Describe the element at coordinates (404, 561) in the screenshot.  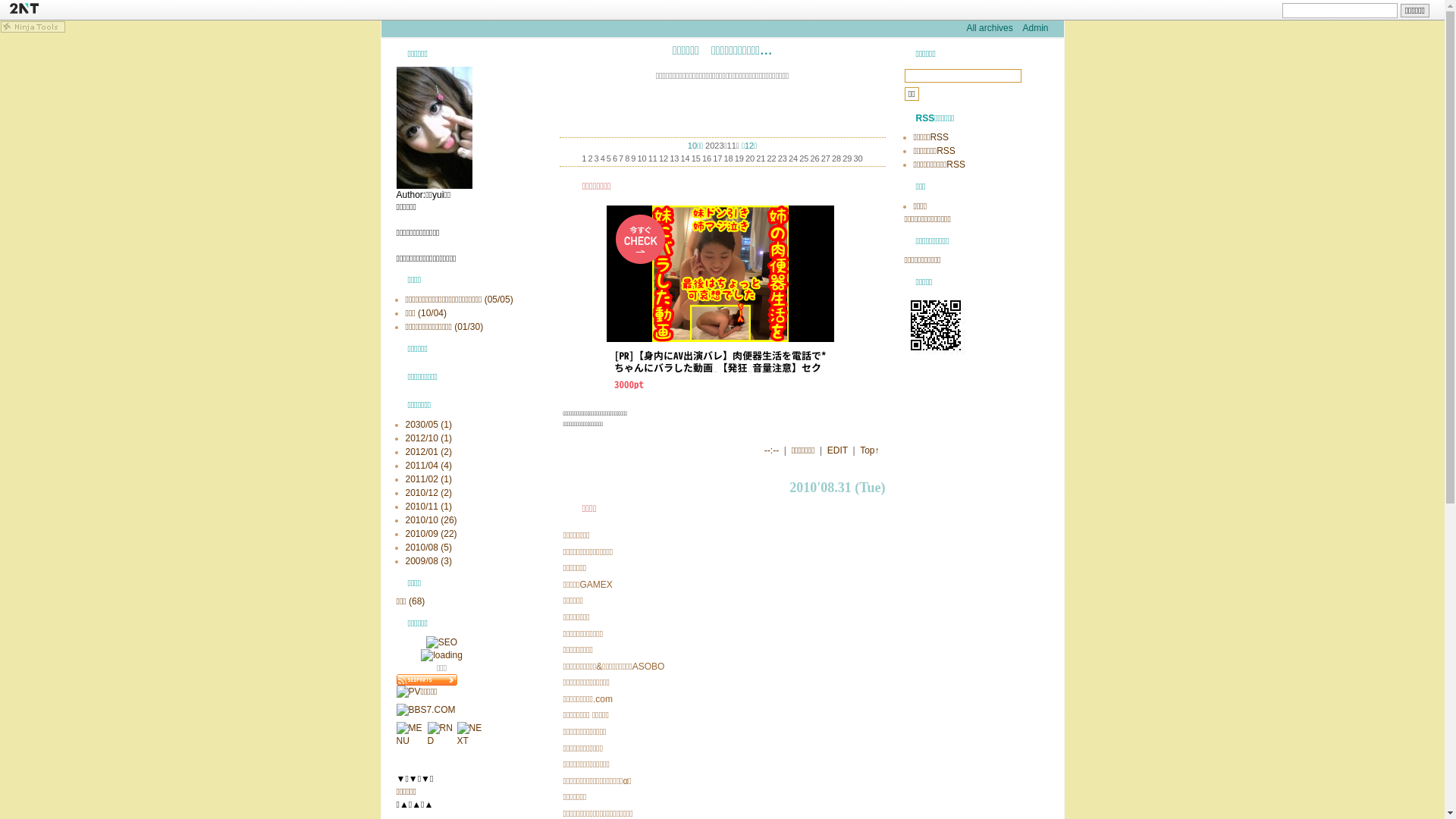
I see `'2009/08 (3)'` at that location.